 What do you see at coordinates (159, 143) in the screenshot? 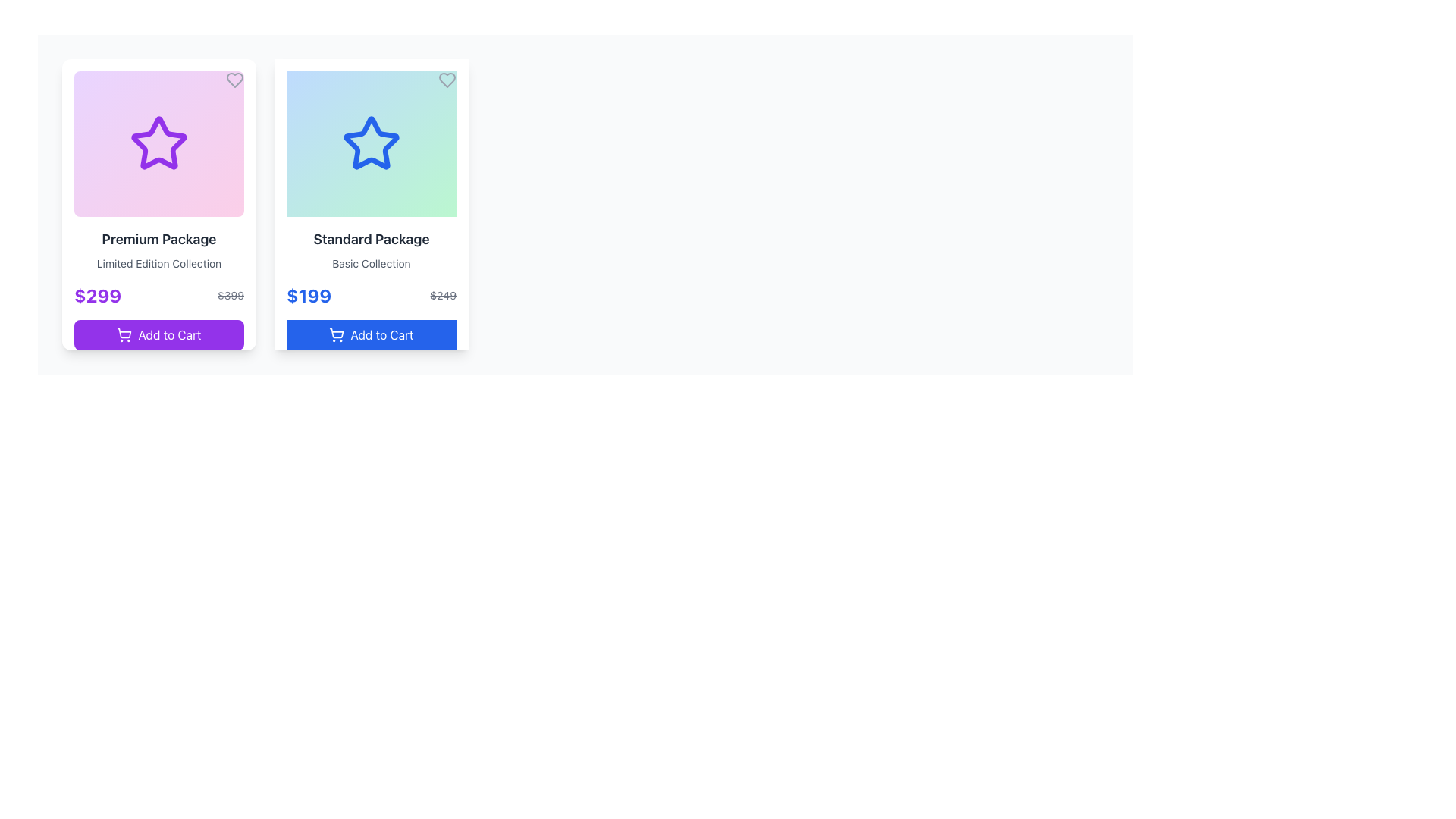
I see `the star SVG icon representing the premium status of the package within the 'Premium Package' card, located above the text 'Limited Edition Collection.'` at bounding box center [159, 143].